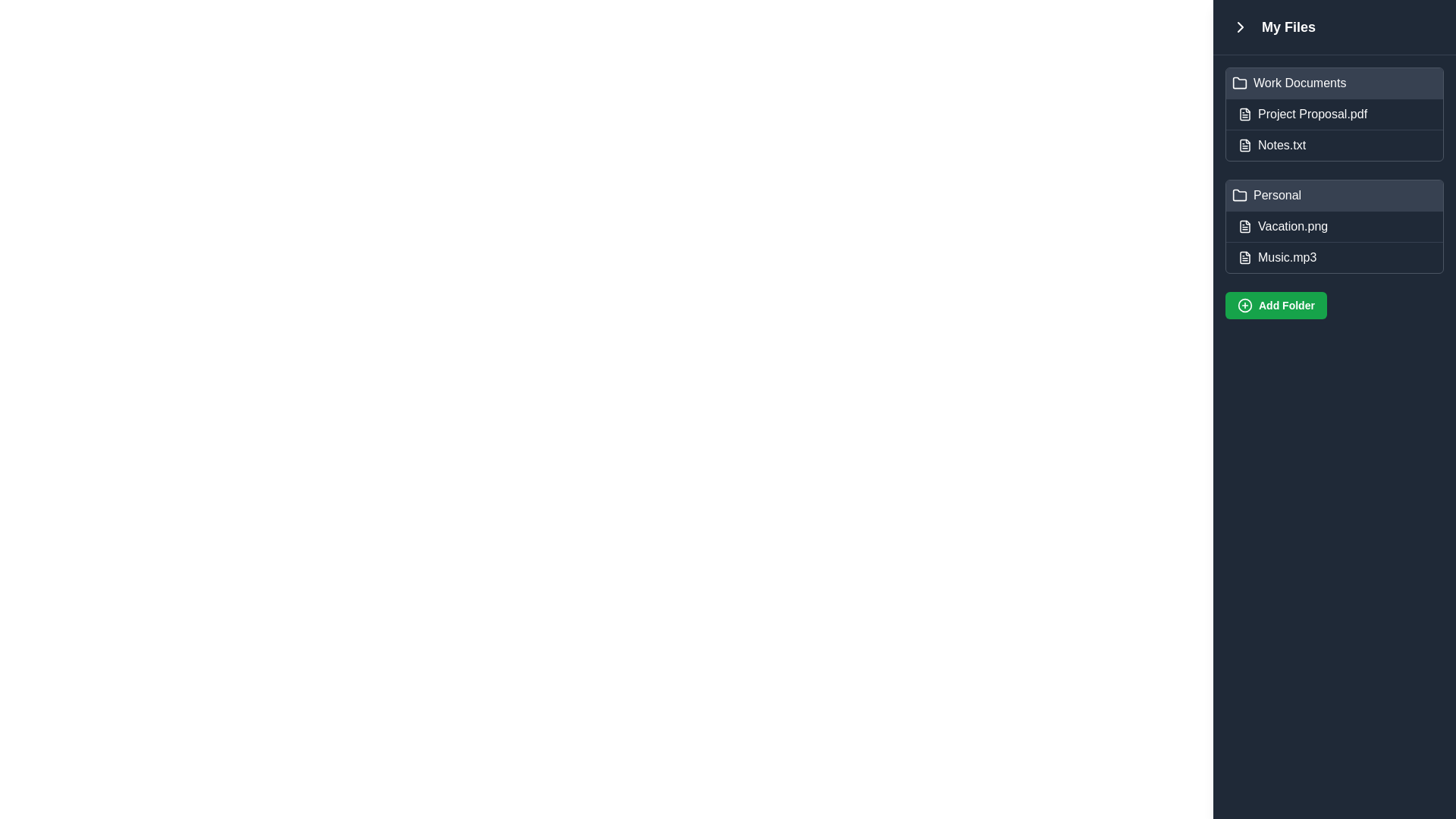 This screenshot has width=1456, height=819. Describe the element at coordinates (1292, 227) in the screenshot. I see `on the text label for the file 'Vacation.png', which is the second item in the 'Personal' folder section of the 'My Files' interface` at that location.